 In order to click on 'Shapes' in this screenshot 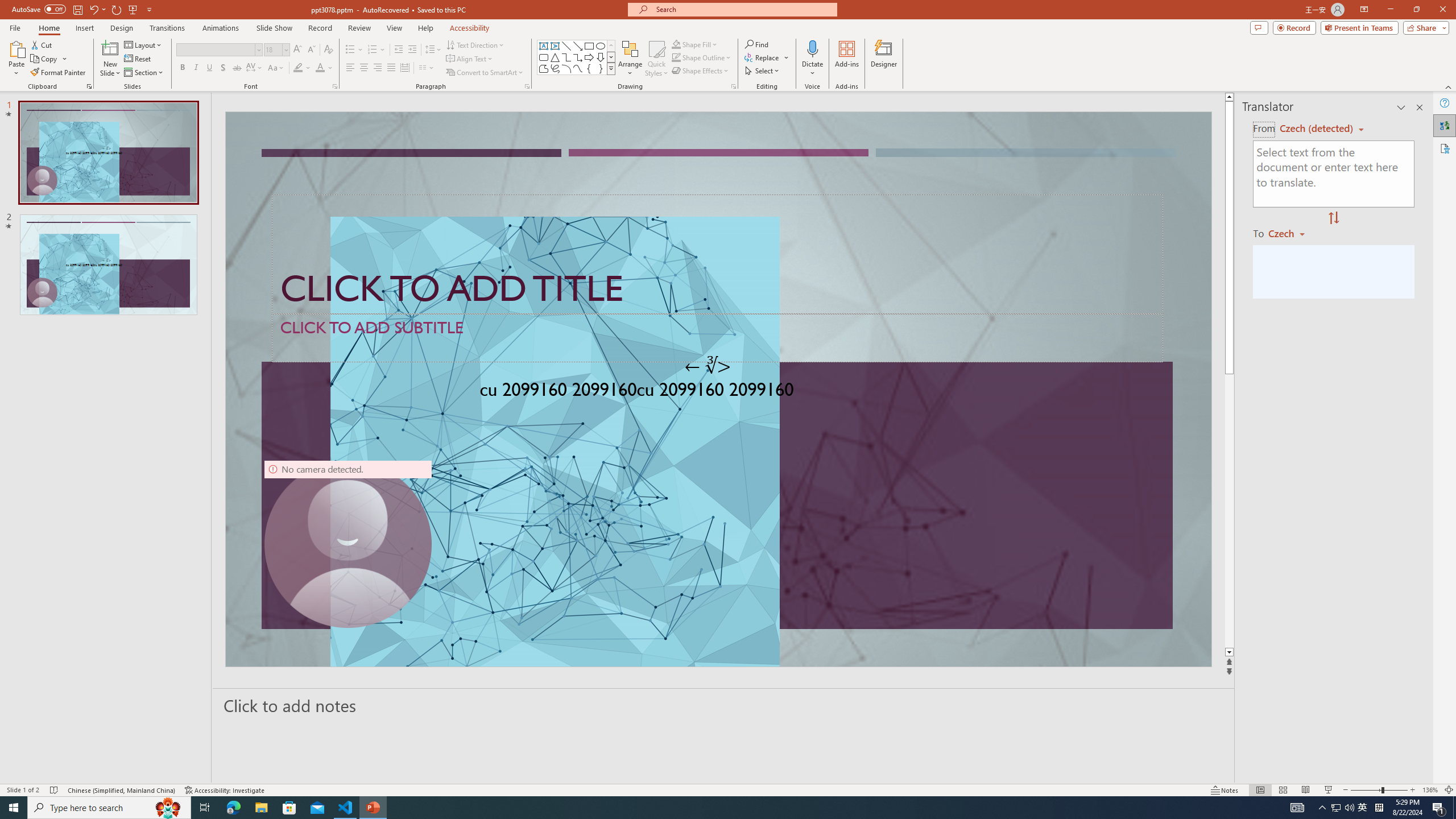, I will do `click(611, 68)`.